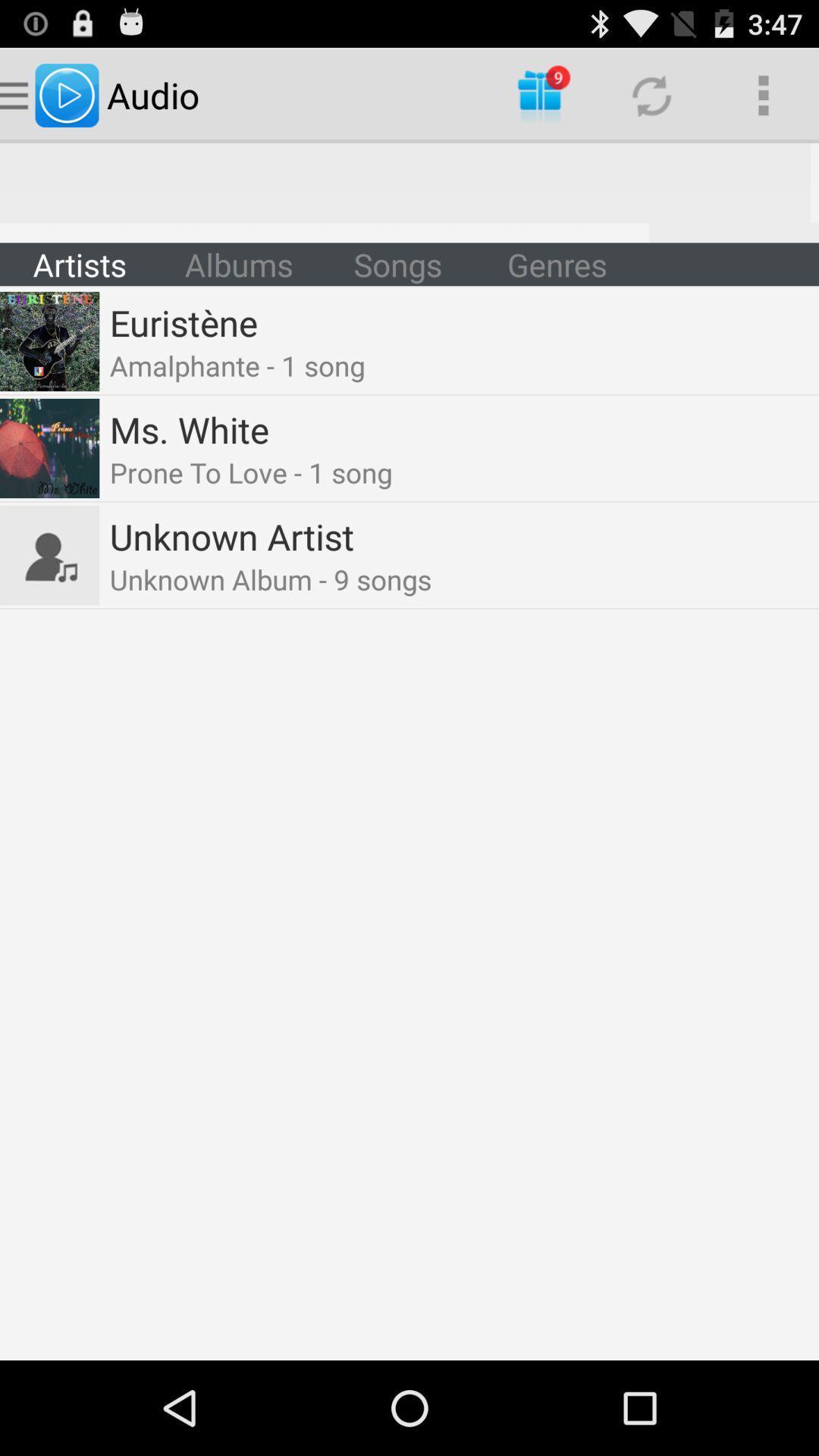  Describe the element at coordinates (409, 192) in the screenshot. I see `the app above the artists item` at that location.